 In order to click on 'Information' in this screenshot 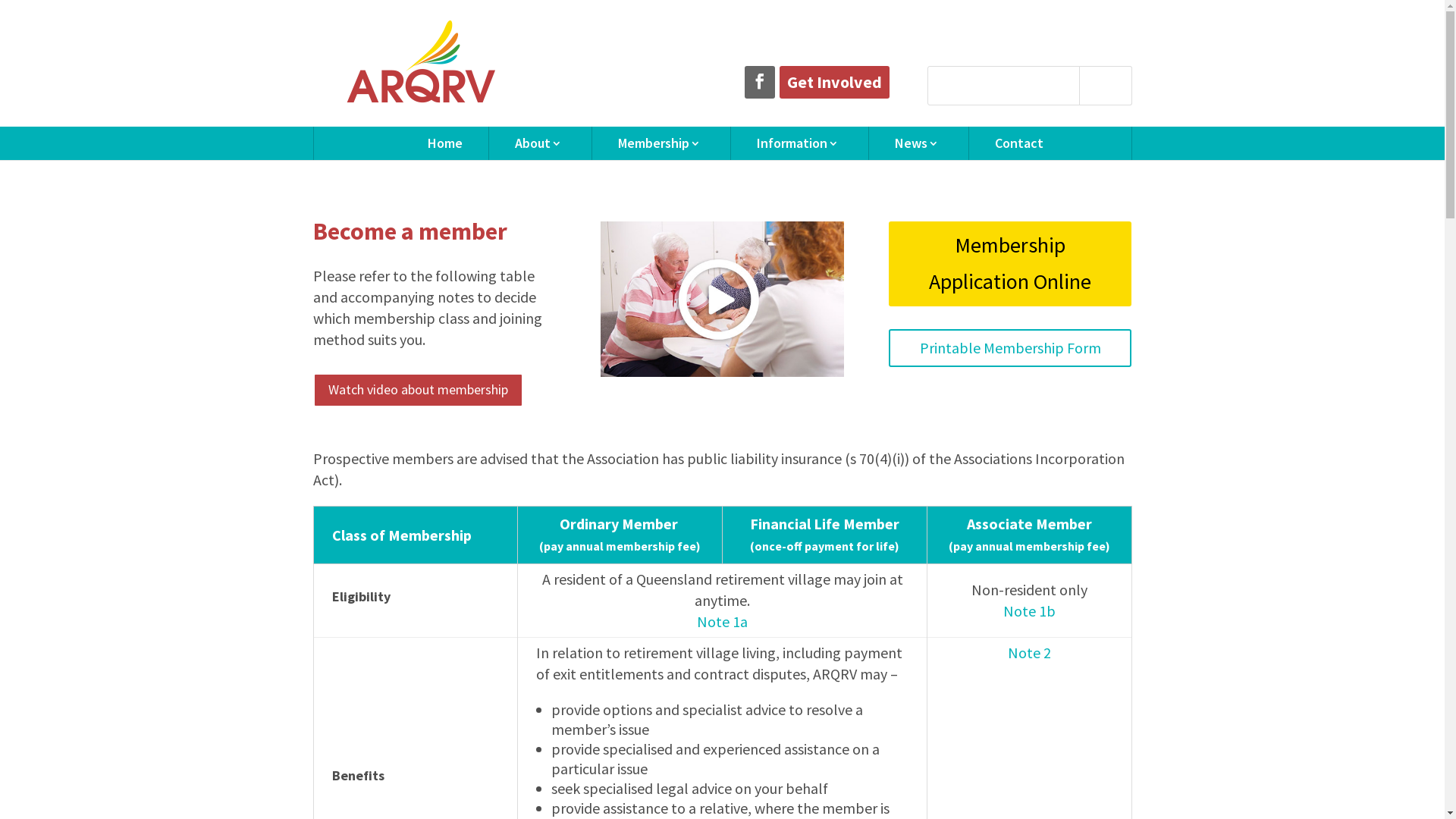, I will do `click(799, 143)`.